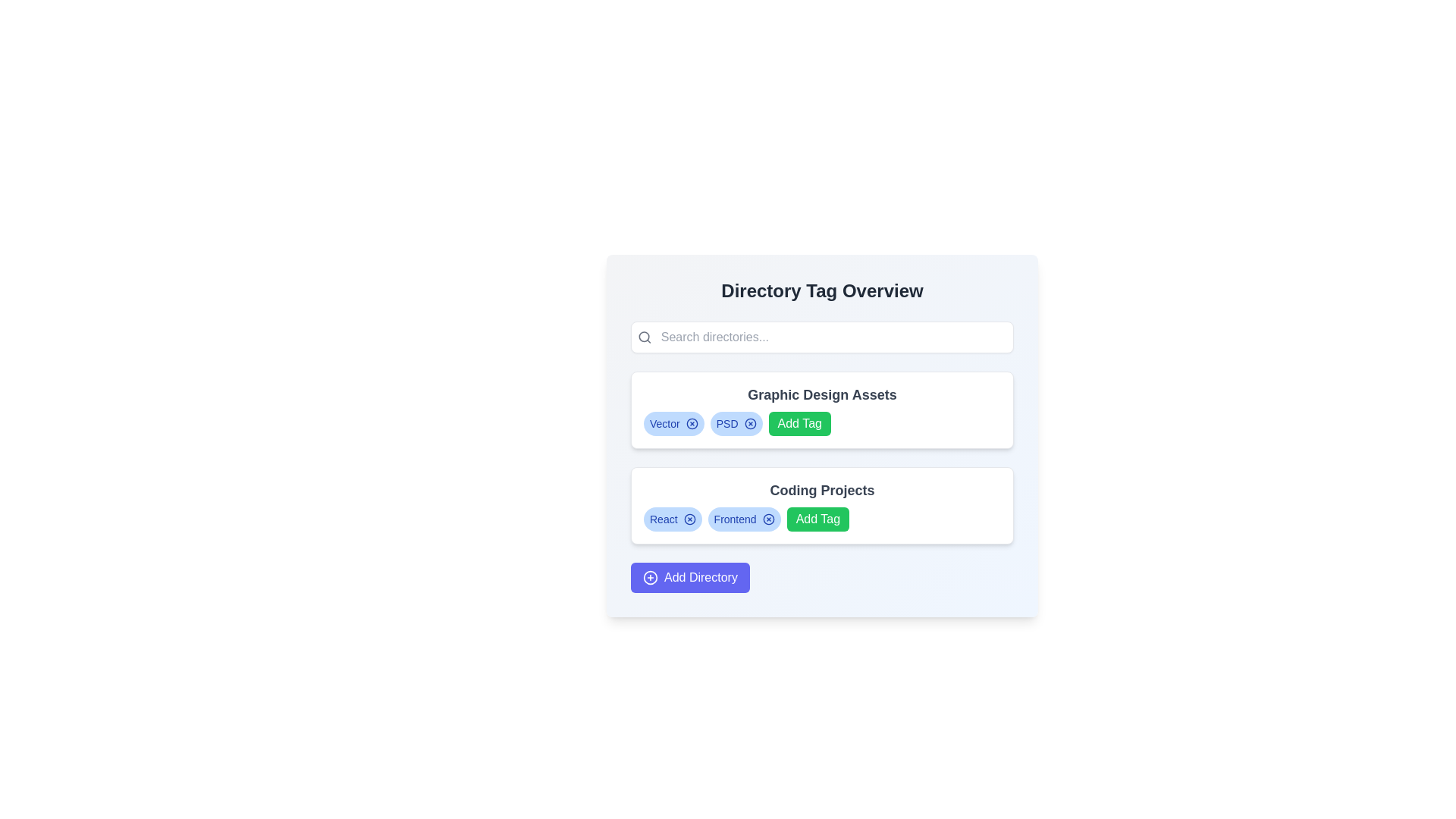 This screenshot has width=1456, height=819. Describe the element at coordinates (736, 424) in the screenshot. I see `the second pill-shaped label in the 'Graphic Design Assets' section` at that location.